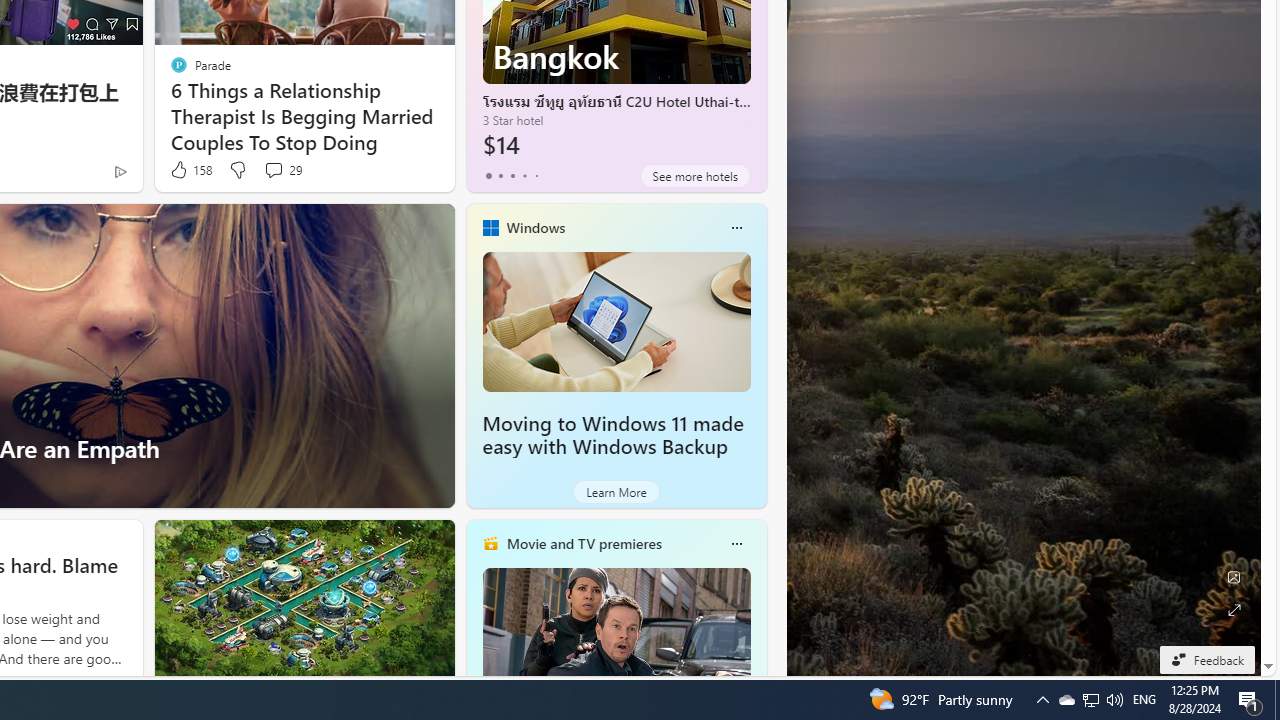 Image resolution: width=1280 pixels, height=720 pixels. What do you see at coordinates (1232, 609) in the screenshot?
I see `'Expand background'` at bounding box center [1232, 609].